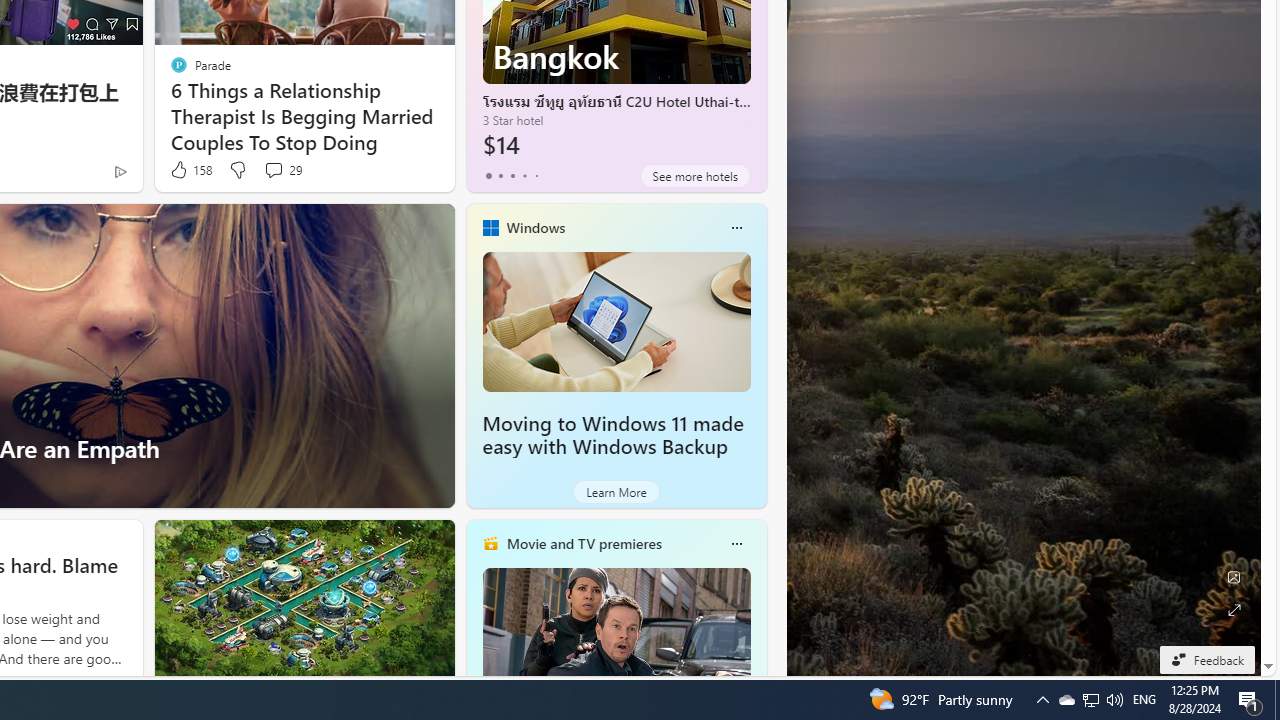 Image resolution: width=1280 pixels, height=720 pixels. What do you see at coordinates (1232, 609) in the screenshot?
I see `'Expand background'` at bounding box center [1232, 609].